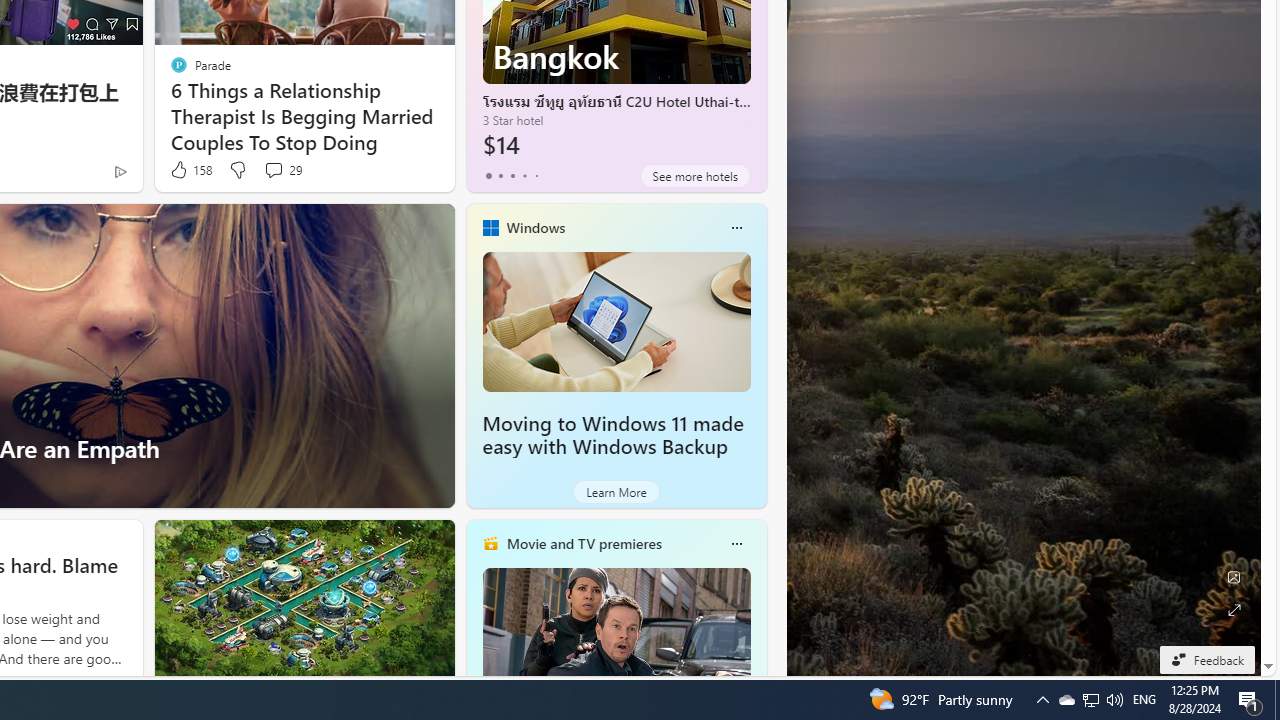 Image resolution: width=1280 pixels, height=720 pixels. What do you see at coordinates (1232, 609) in the screenshot?
I see `'Expand background'` at bounding box center [1232, 609].